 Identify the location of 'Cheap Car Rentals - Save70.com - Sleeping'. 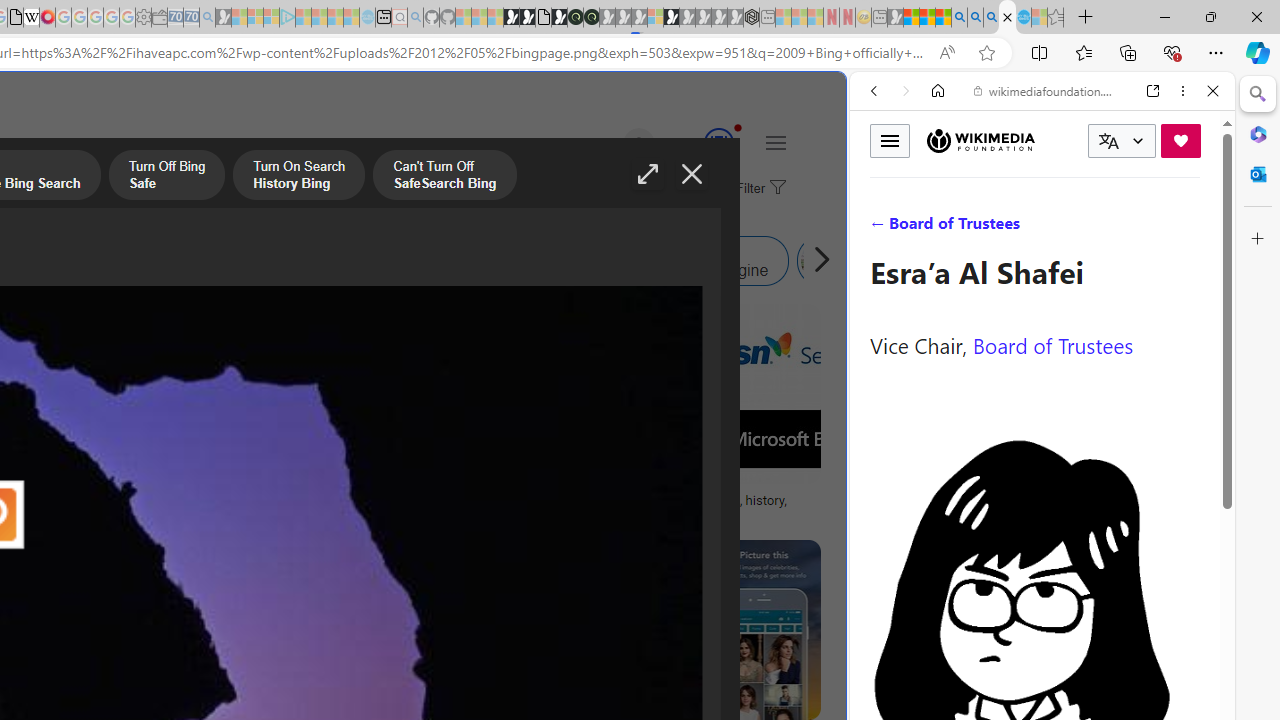
(191, 17).